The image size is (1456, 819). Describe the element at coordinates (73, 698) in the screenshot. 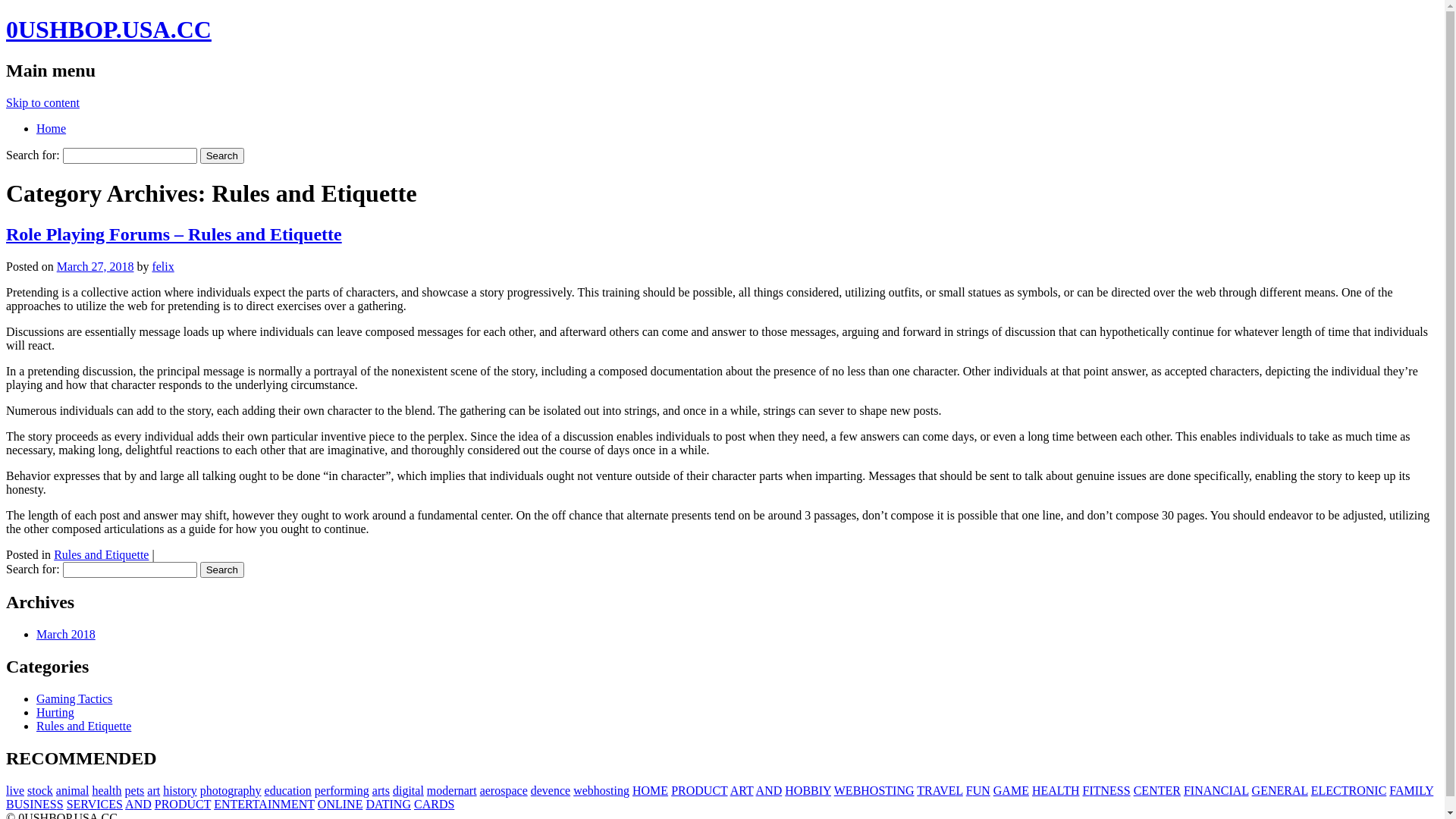

I see `'Gaming Tactics'` at that location.